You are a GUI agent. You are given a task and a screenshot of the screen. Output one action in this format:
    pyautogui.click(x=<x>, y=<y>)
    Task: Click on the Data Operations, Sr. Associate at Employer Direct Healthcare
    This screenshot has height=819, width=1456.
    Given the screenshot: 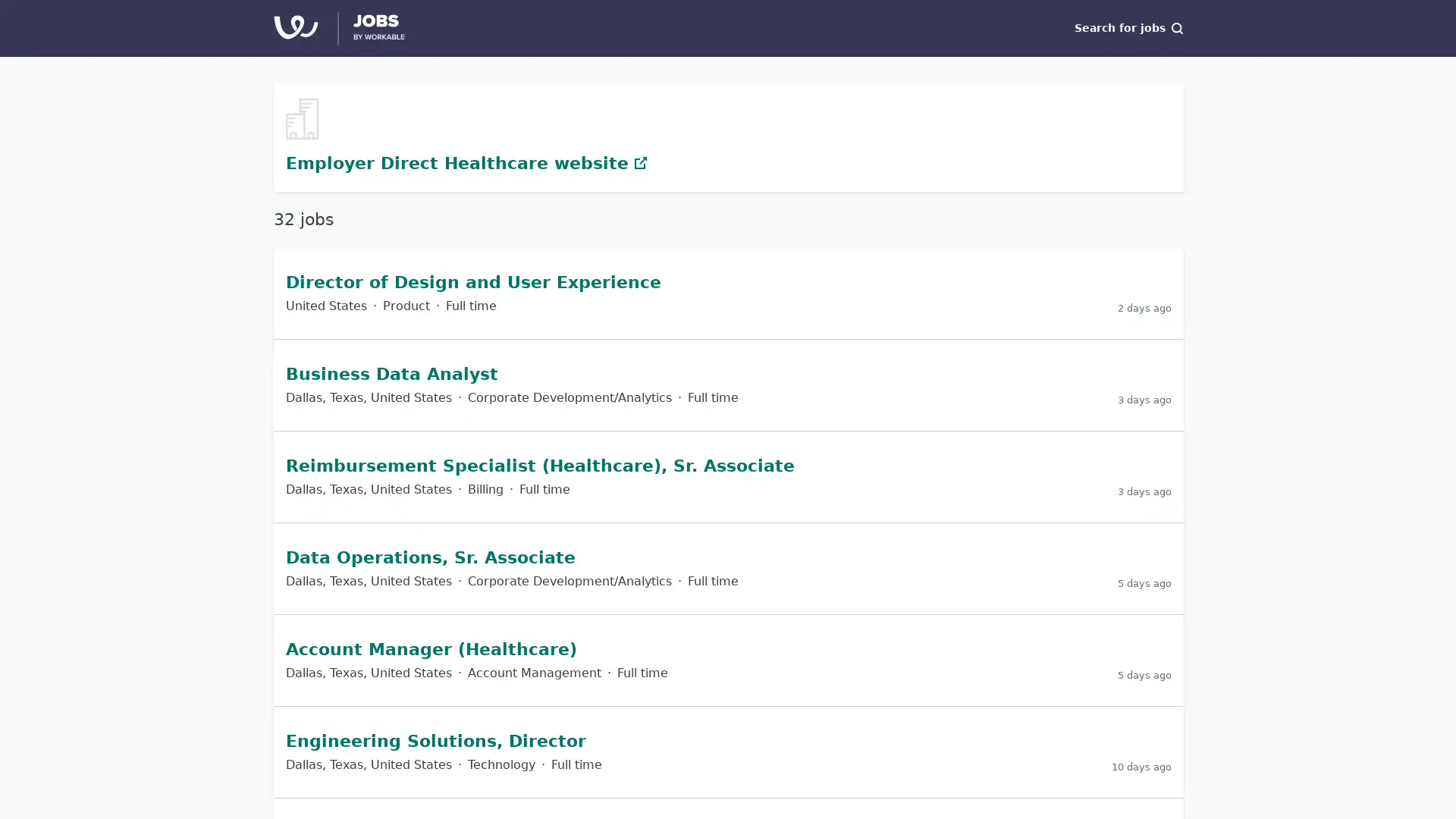 What is the action you would take?
    pyautogui.click(x=728, y=567)
    